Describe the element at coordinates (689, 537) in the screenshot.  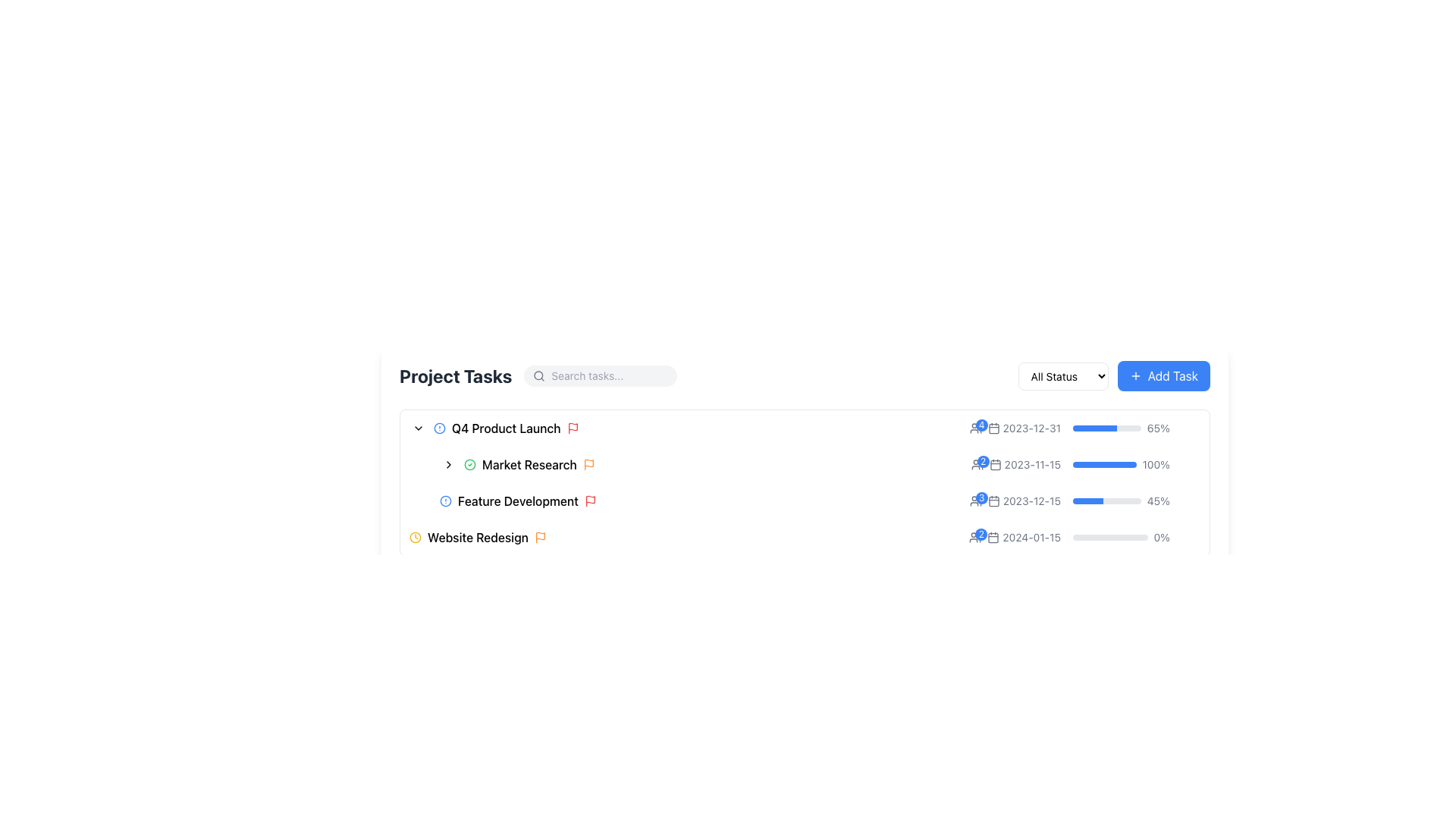
I see `the task titled 'Website Redesign' which is the fourth item` at that location.